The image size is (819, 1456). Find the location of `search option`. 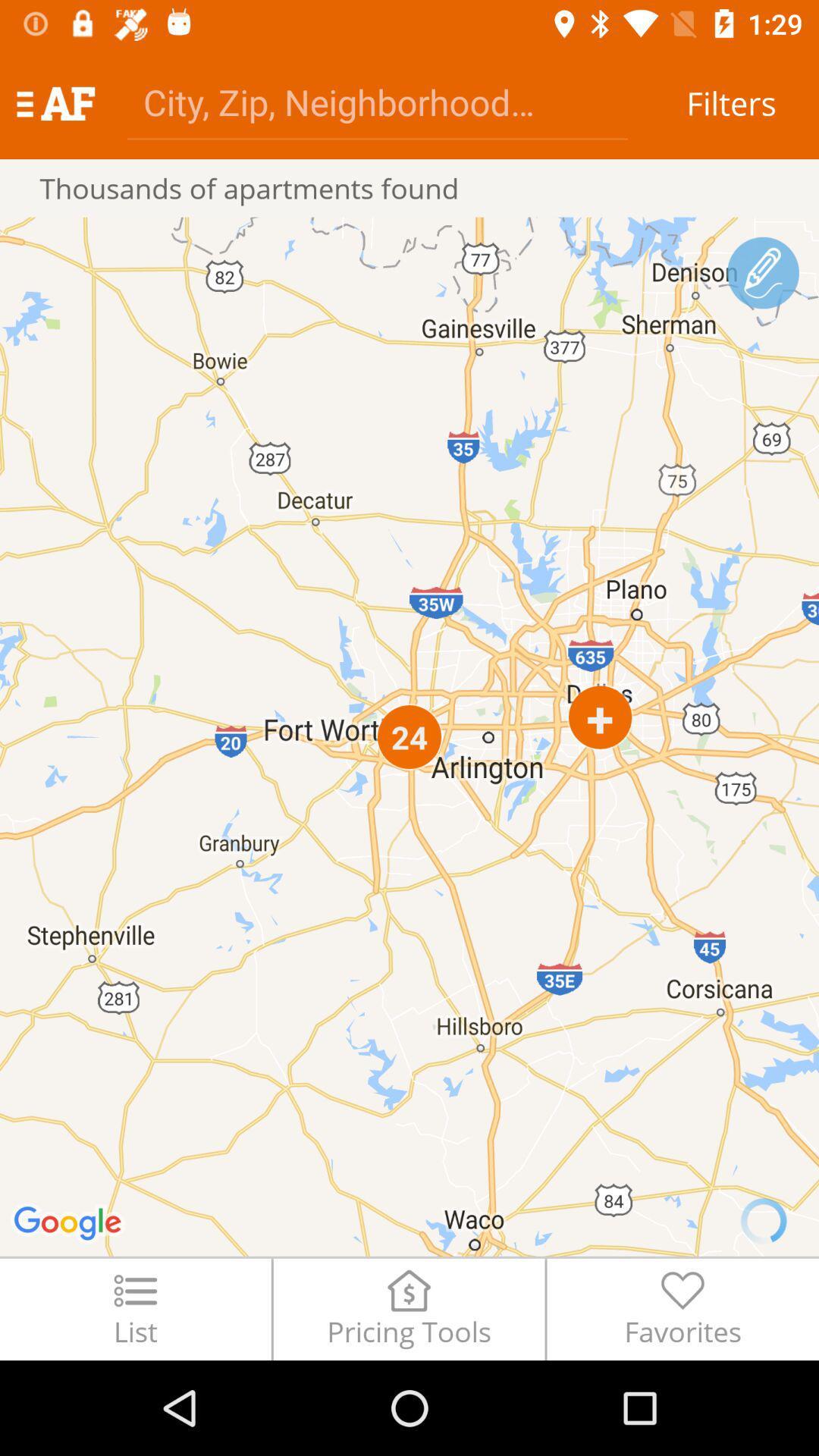

search option is located at coordinates (376, 101).